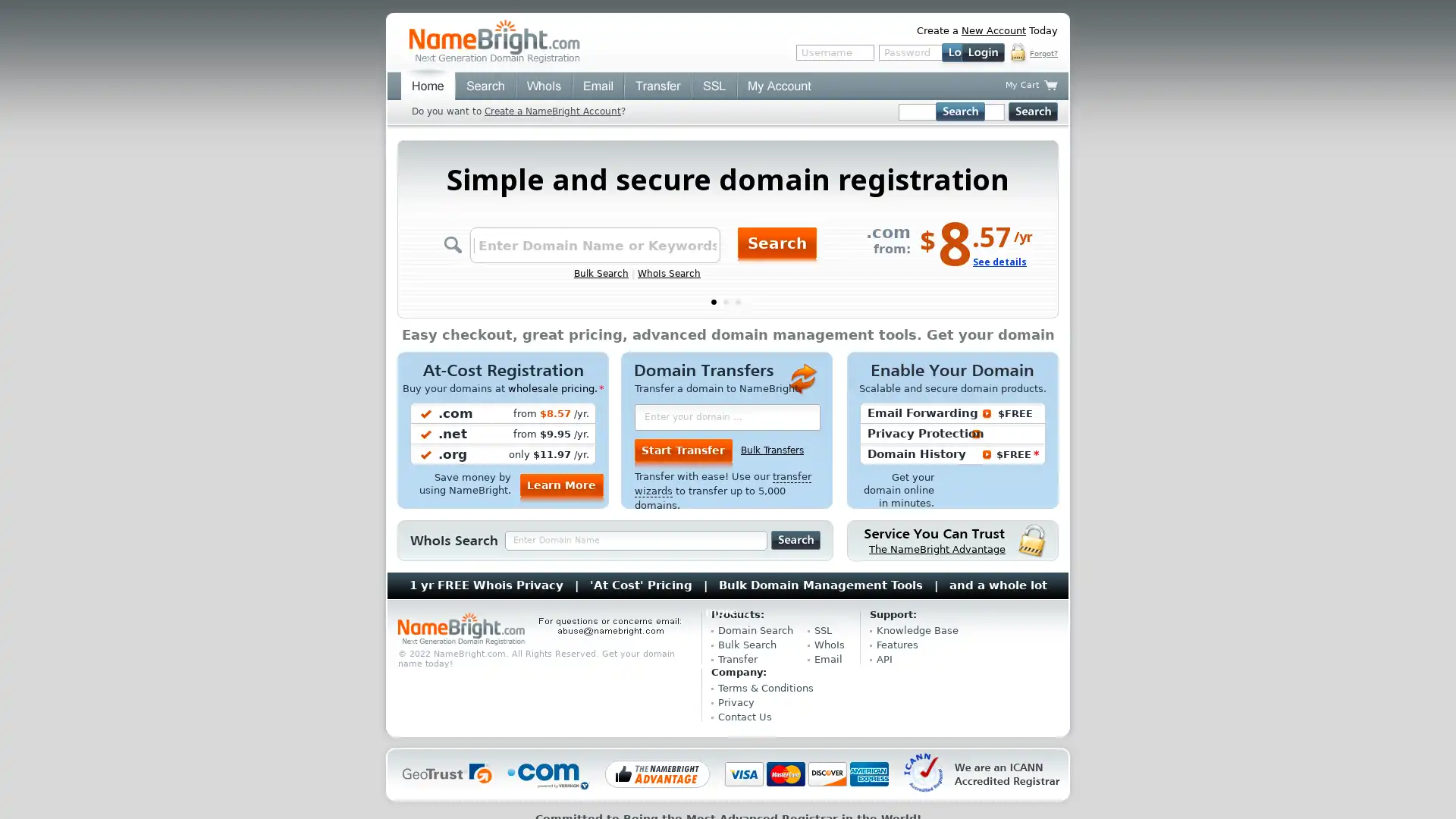  Describe the element at coordinates (777, 245) in the screenshot. I see `Search` at that location.